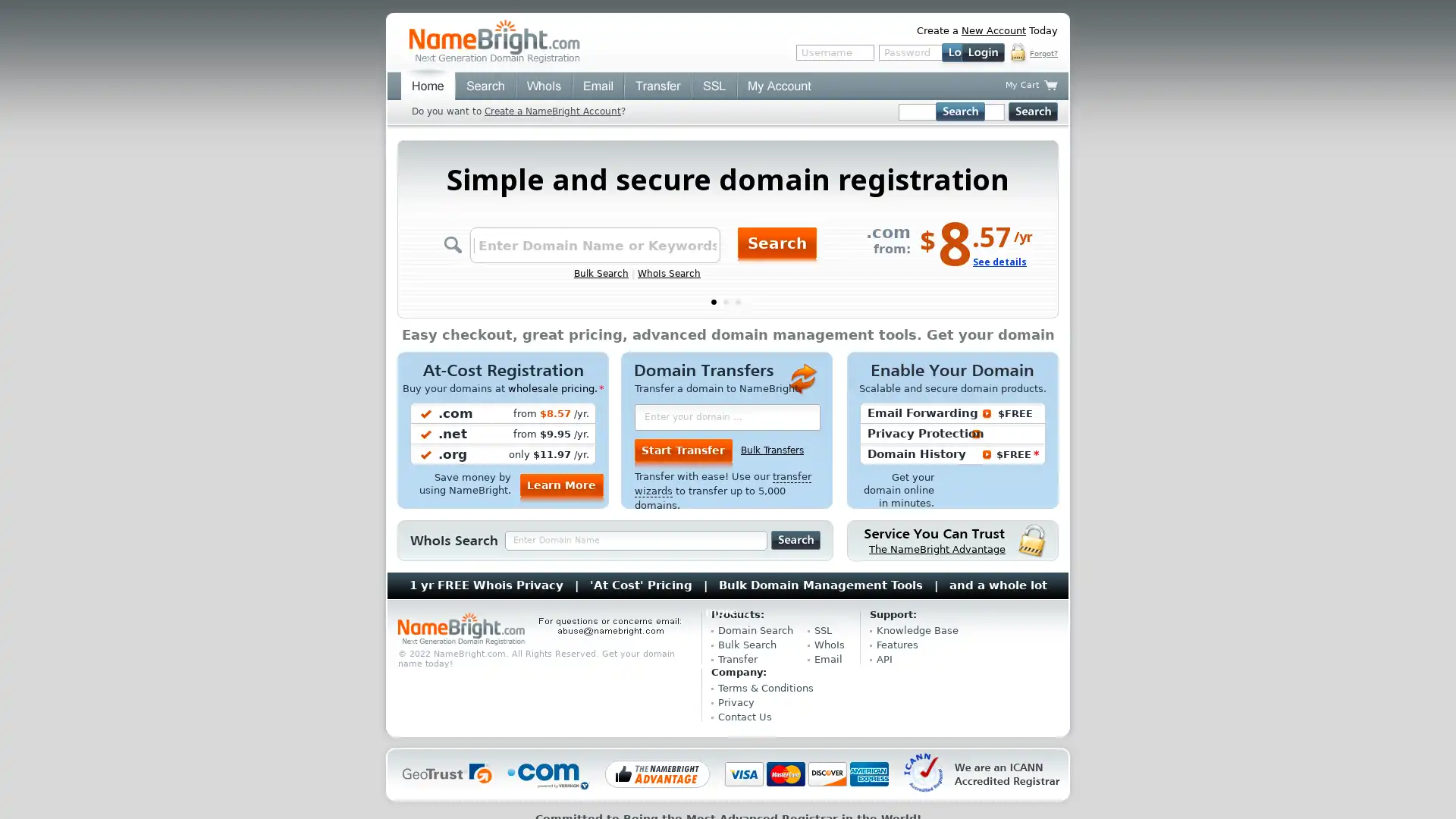  Describe the element at coordinates (777, 245) in the screenshot. I see `Search` at that location.